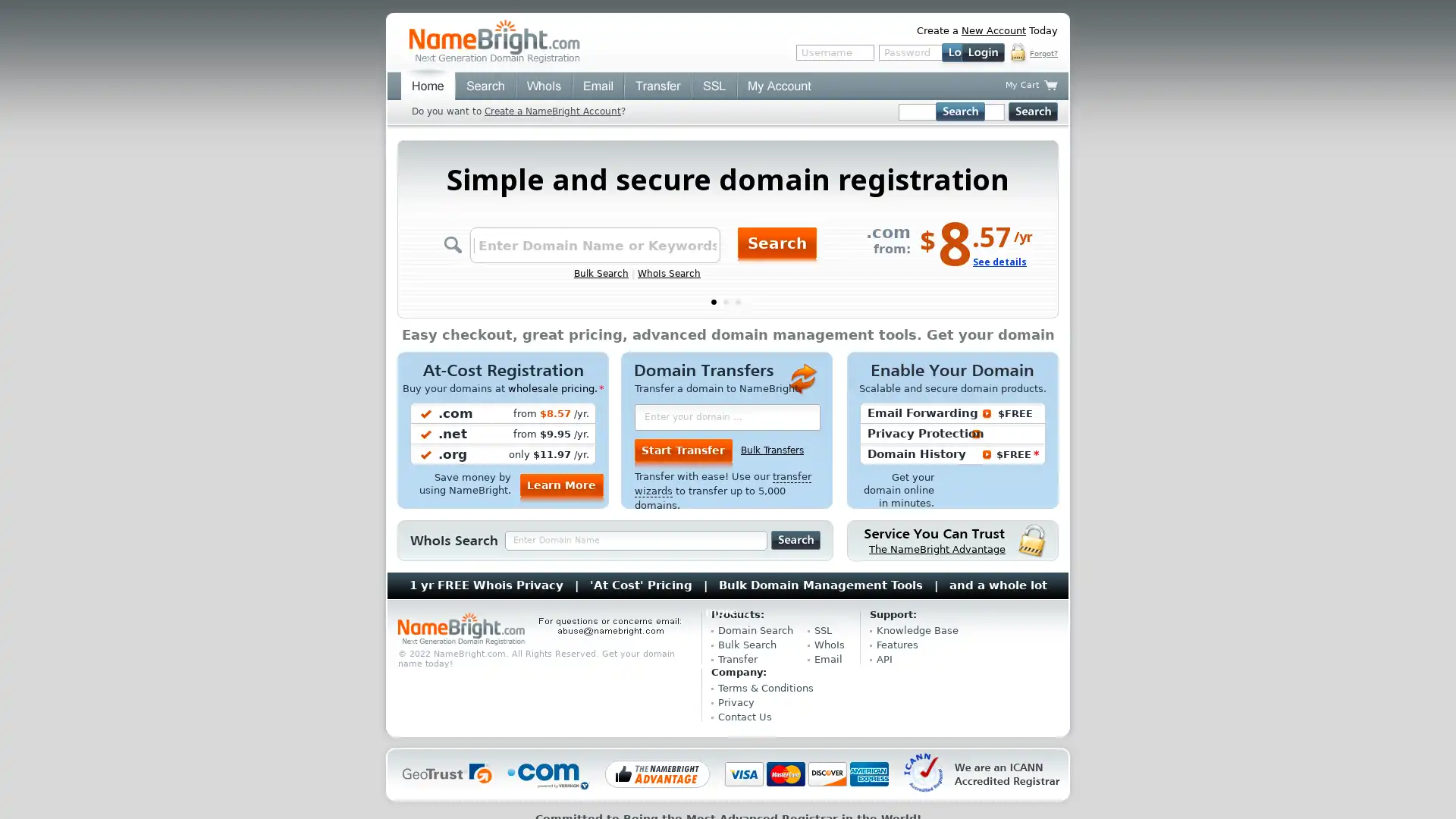  Describe the element at coordinates (777, 245) in the screenshot. I see `Search` at that location.